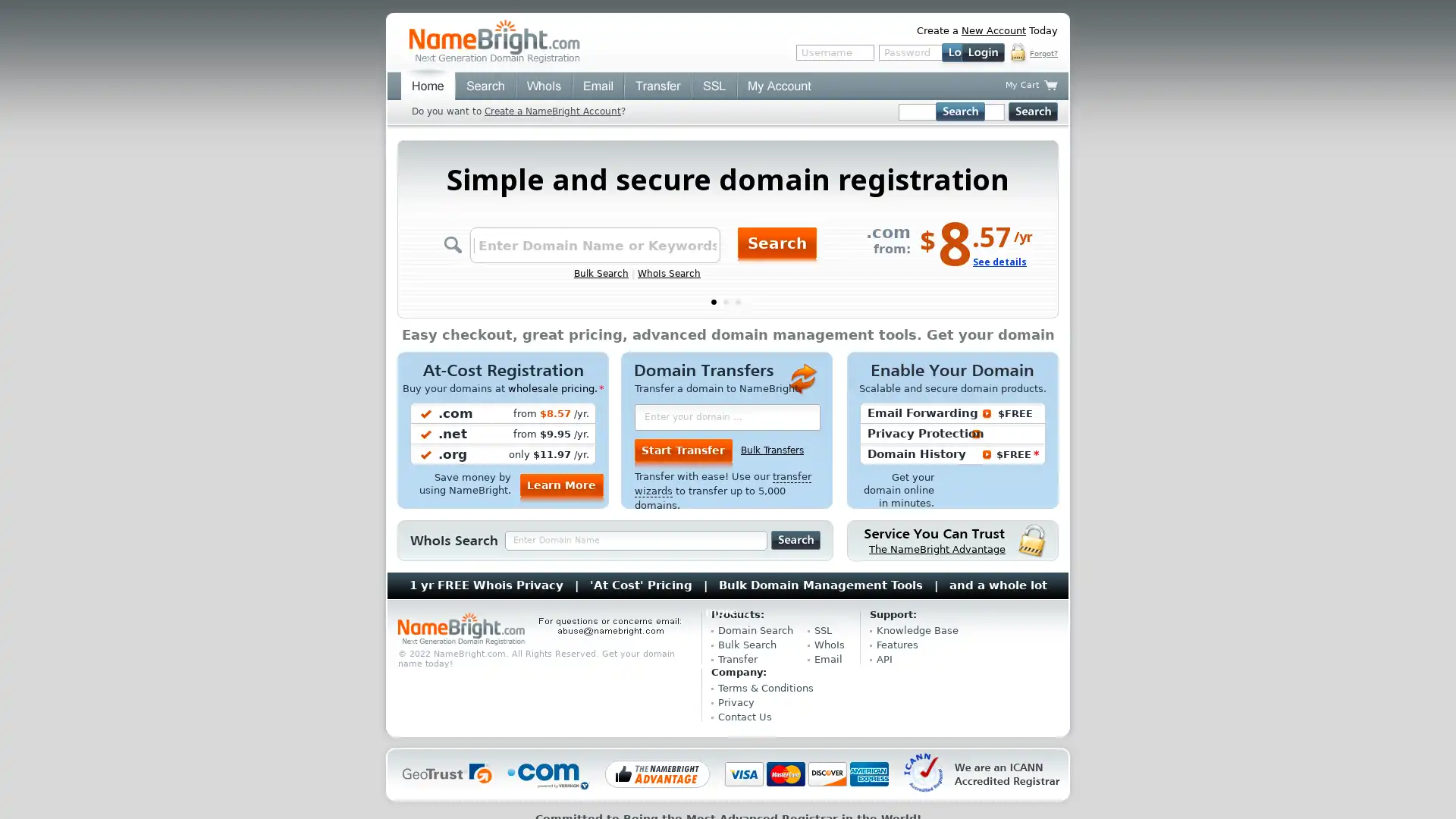  Describe the element at coordinates (777, 245) in the screenshot. I see `Search` at that location.